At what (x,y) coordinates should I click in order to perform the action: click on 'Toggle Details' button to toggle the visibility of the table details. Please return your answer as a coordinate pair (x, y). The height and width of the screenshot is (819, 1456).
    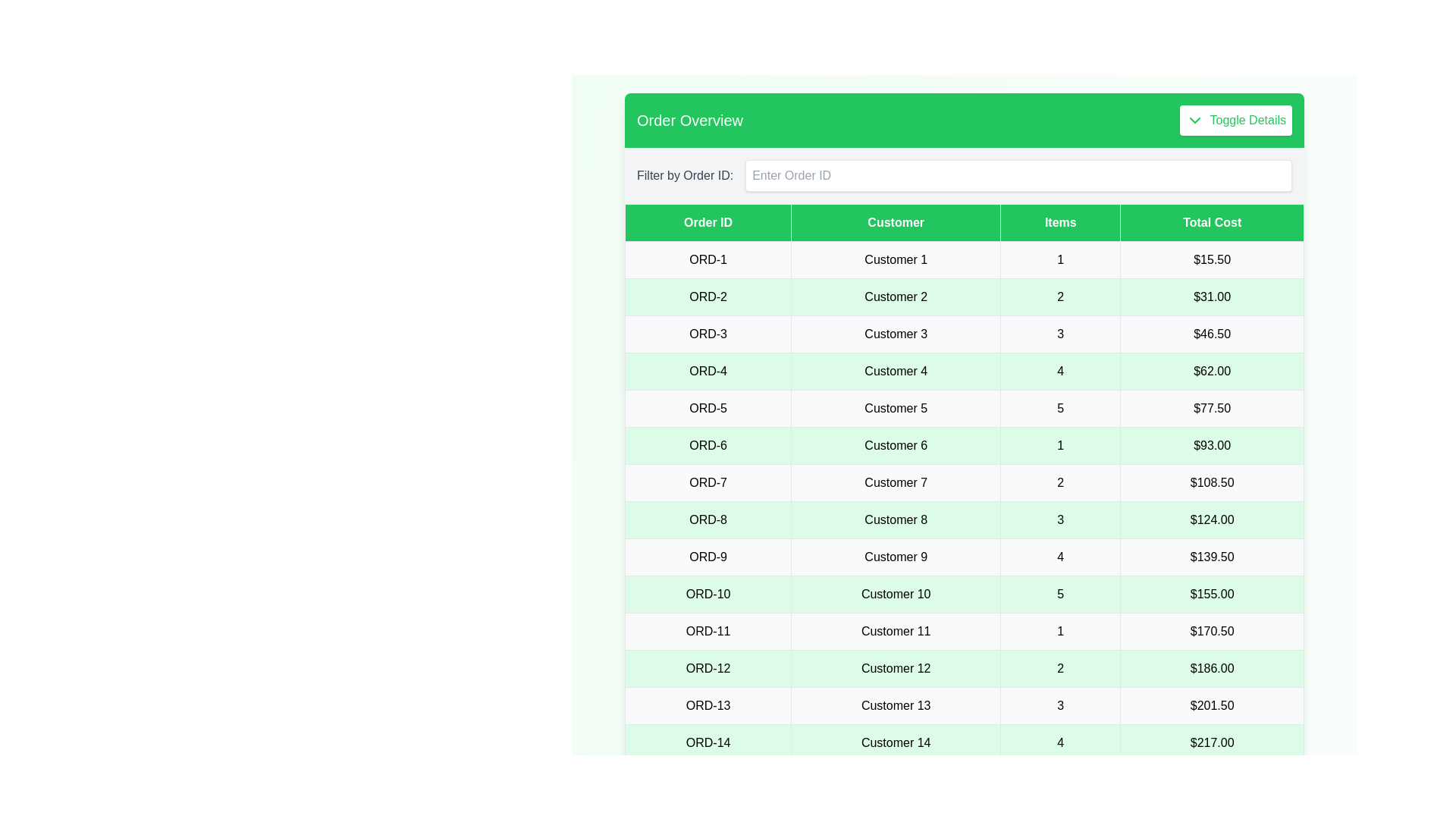
    Looking at the image, I should click on (1235, 119).